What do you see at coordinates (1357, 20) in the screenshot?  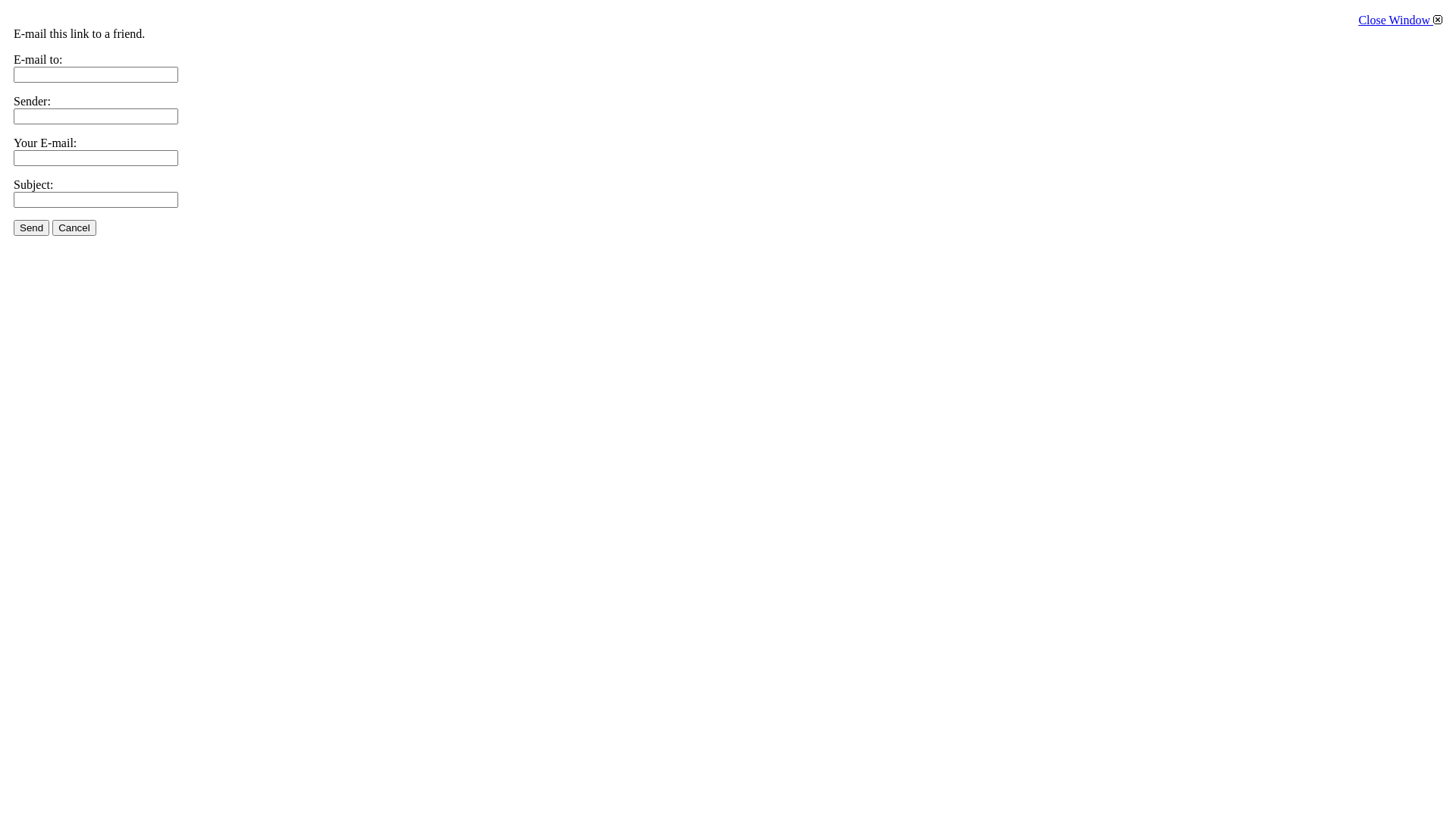 I see `'Close Window'` at bounding box center [1357, 20].